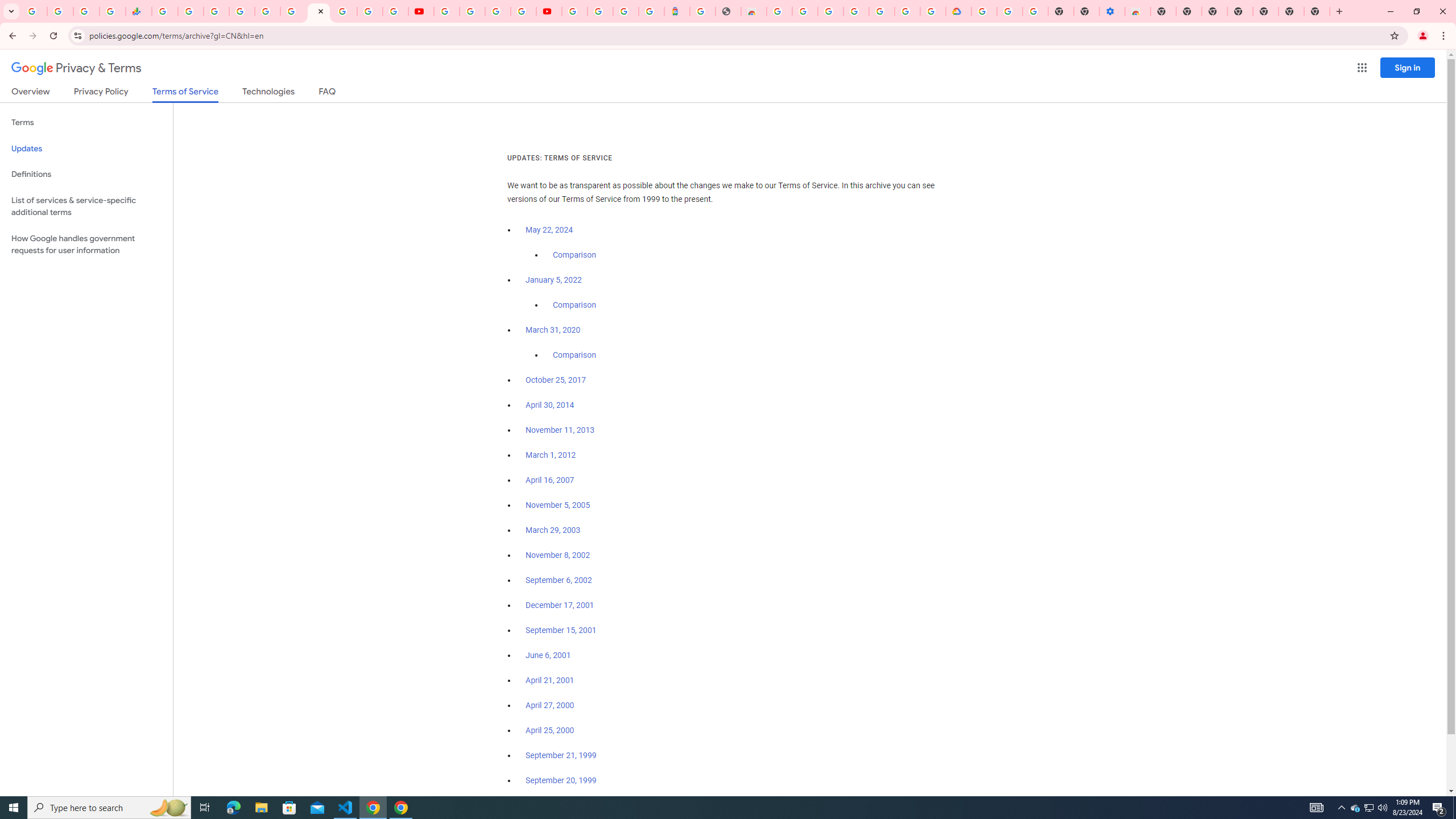 This screenshot has width=1456, height=819. Describe the element at coordinates (446, 11) in the screenshot. I see `'YouTube'` at that location.